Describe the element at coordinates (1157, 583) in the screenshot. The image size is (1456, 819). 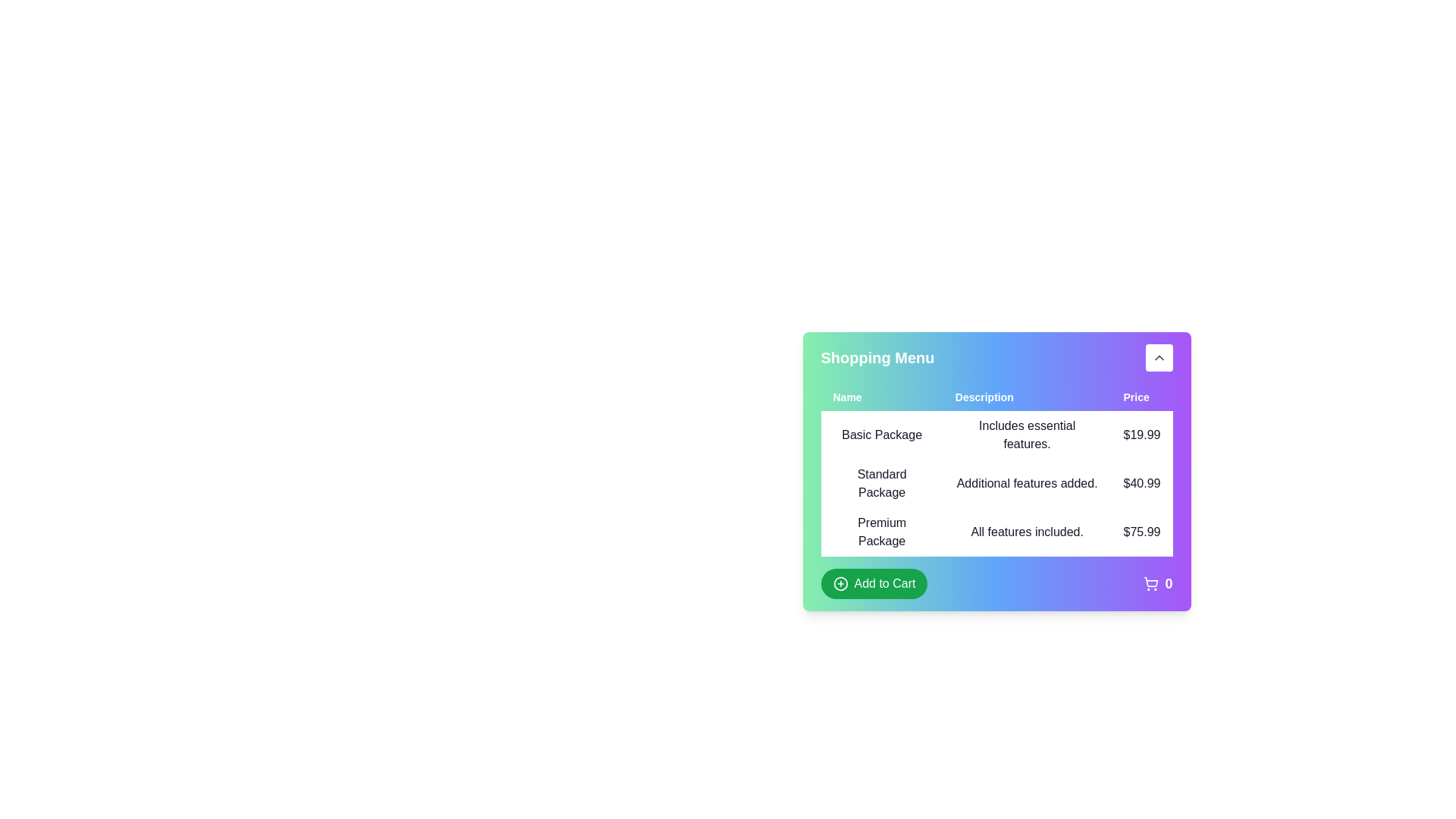
I see `the small shopping cart icon with a bold white number '0' on a purple background, located at the bottom-right corner of the visible card` at that location.